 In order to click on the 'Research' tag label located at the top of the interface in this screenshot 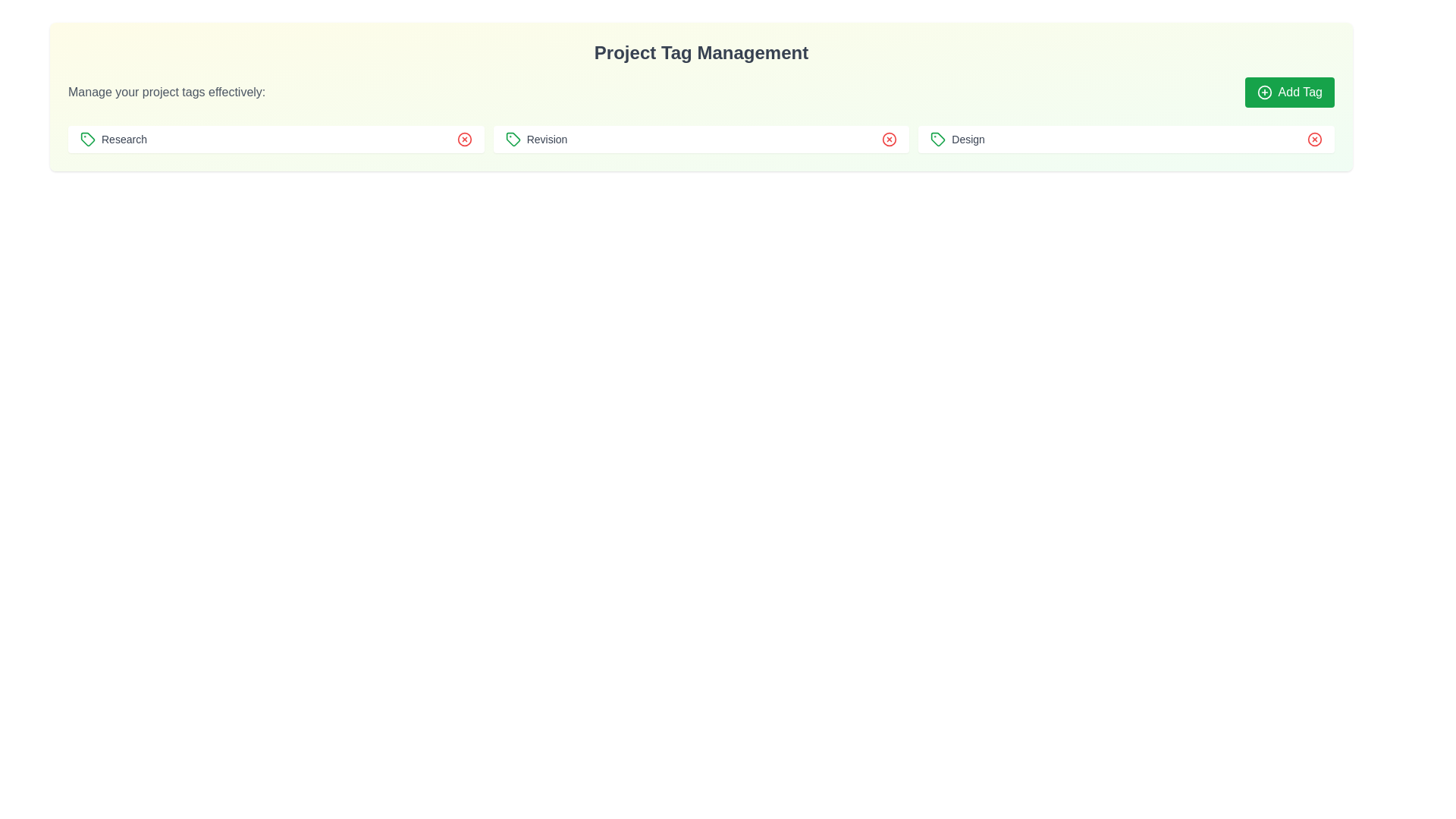, I will do `click(112, 140)`.